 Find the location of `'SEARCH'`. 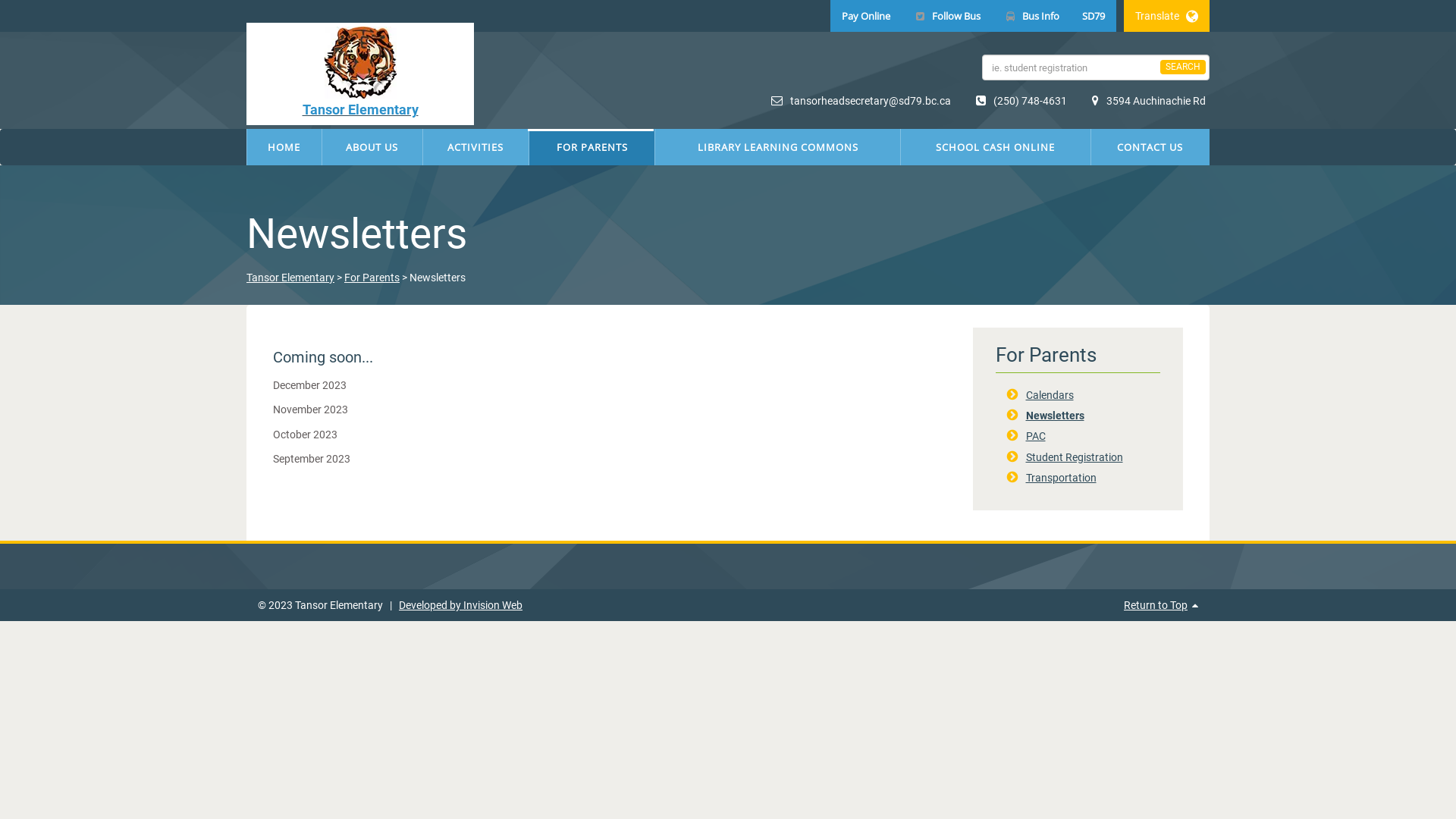

'SEARCH' is located at coordinates (1182, 66).